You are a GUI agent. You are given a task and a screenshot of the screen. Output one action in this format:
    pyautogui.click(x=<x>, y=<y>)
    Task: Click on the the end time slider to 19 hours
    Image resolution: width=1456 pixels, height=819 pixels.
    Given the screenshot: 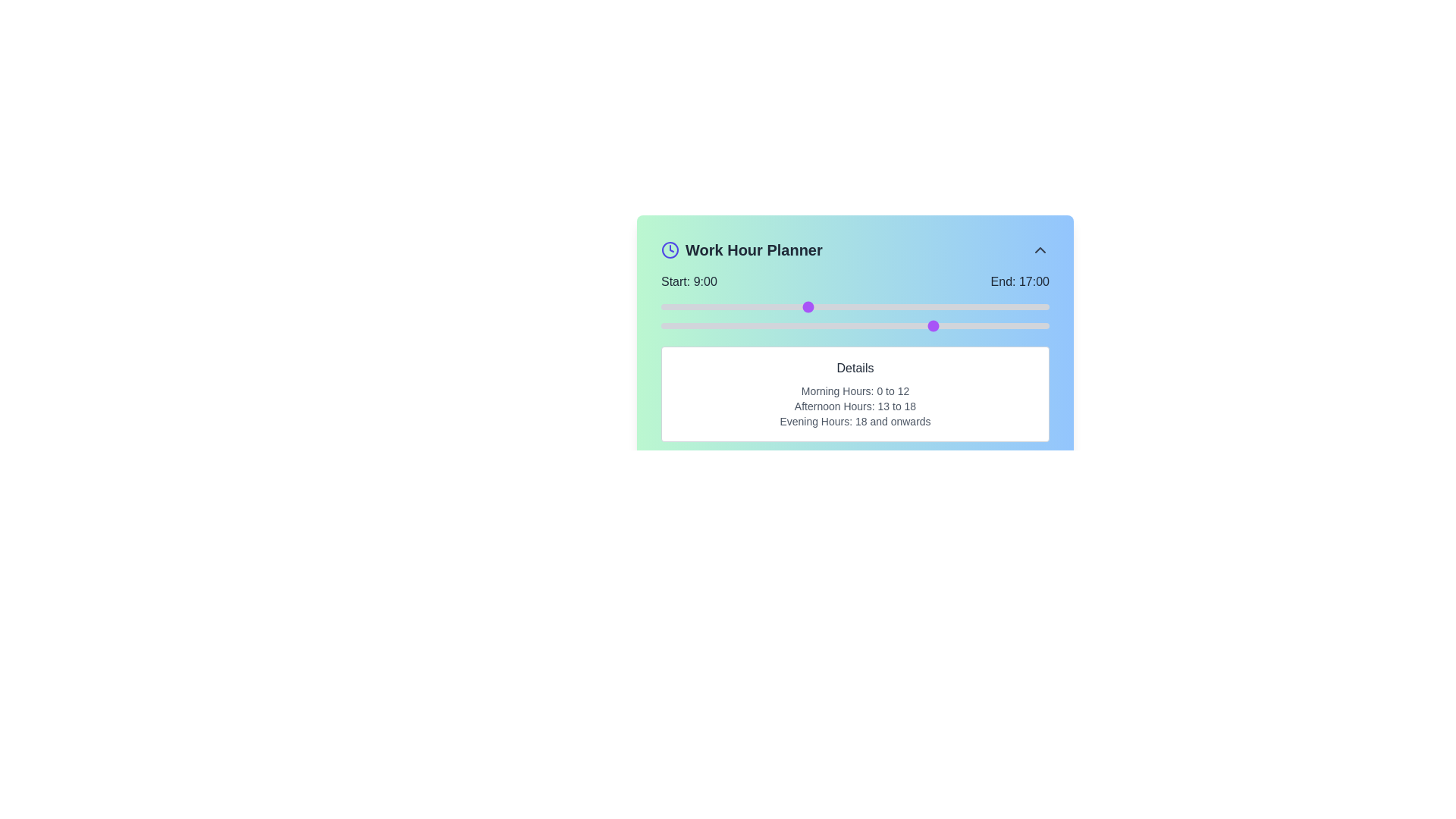 What is the action you would take?
    pyautogui.click(x=968, y=325)
    